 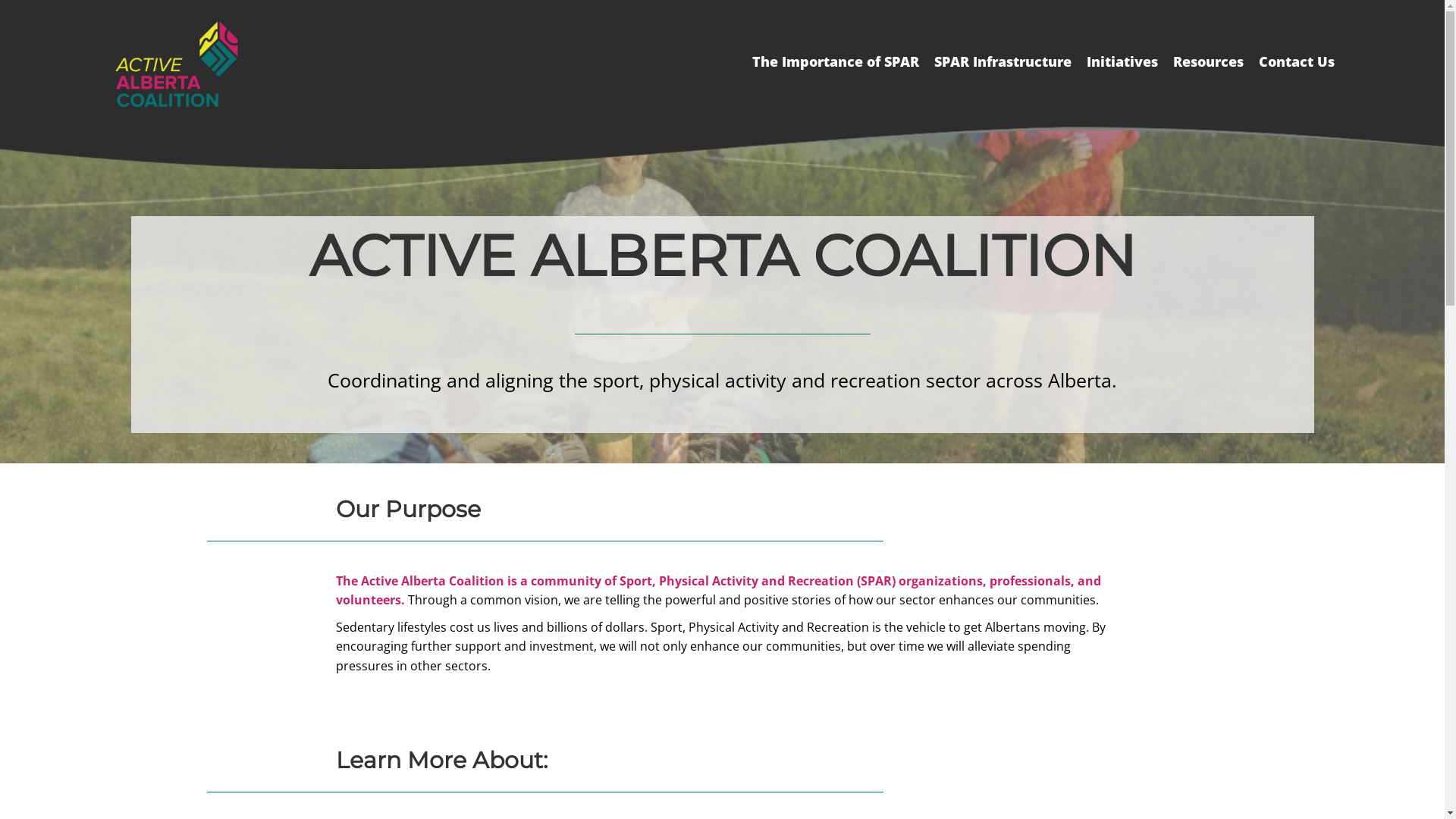 I want to click on 'Initiatives', so click(x=1078, y=61).